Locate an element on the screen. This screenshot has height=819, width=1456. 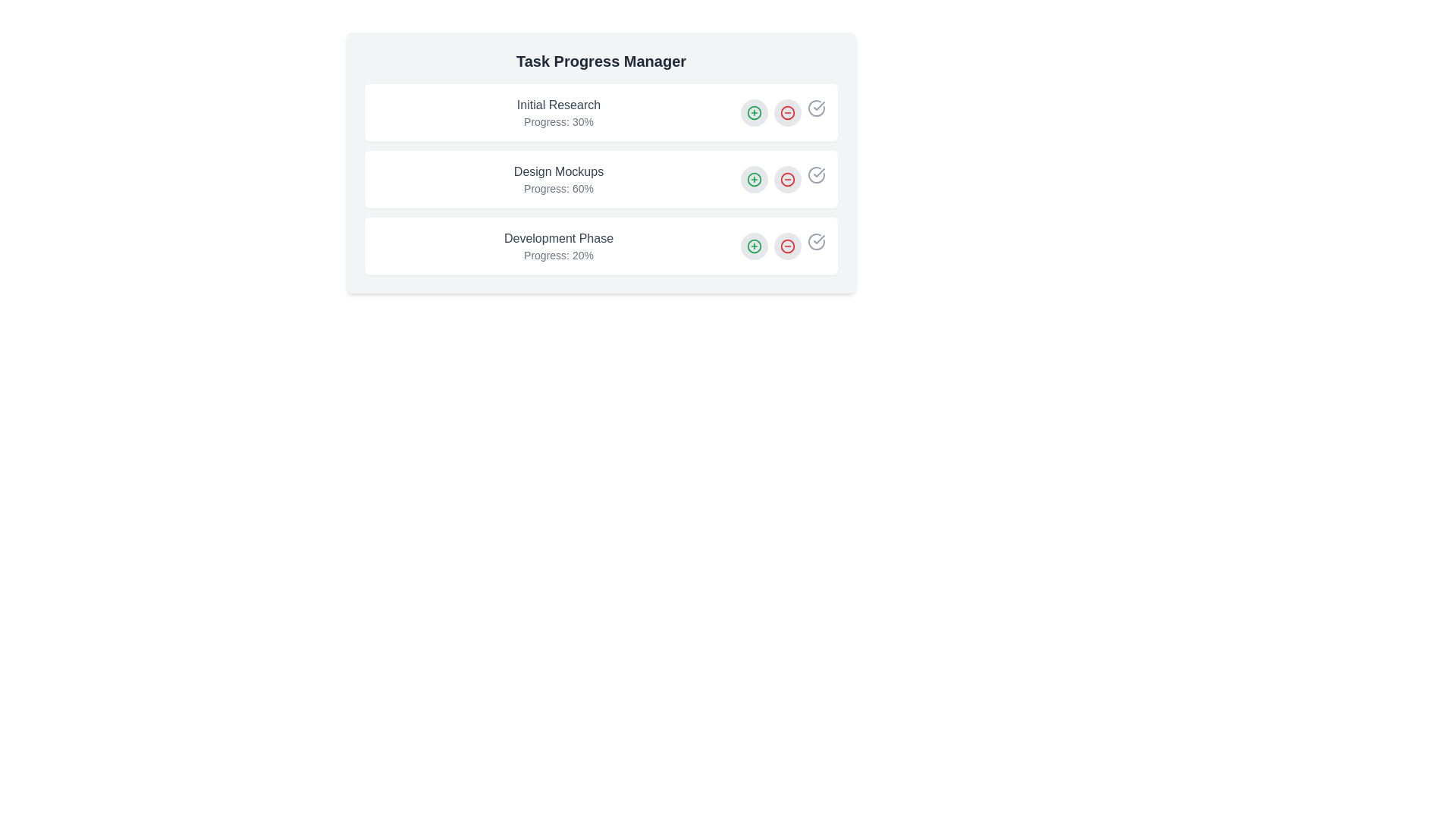
the circular button with an icon inside that represents a negative action, located to the right of the green circular button with a plus icon and to the left of the gray circular button with a checkmark is located at coordinates (787, 112).